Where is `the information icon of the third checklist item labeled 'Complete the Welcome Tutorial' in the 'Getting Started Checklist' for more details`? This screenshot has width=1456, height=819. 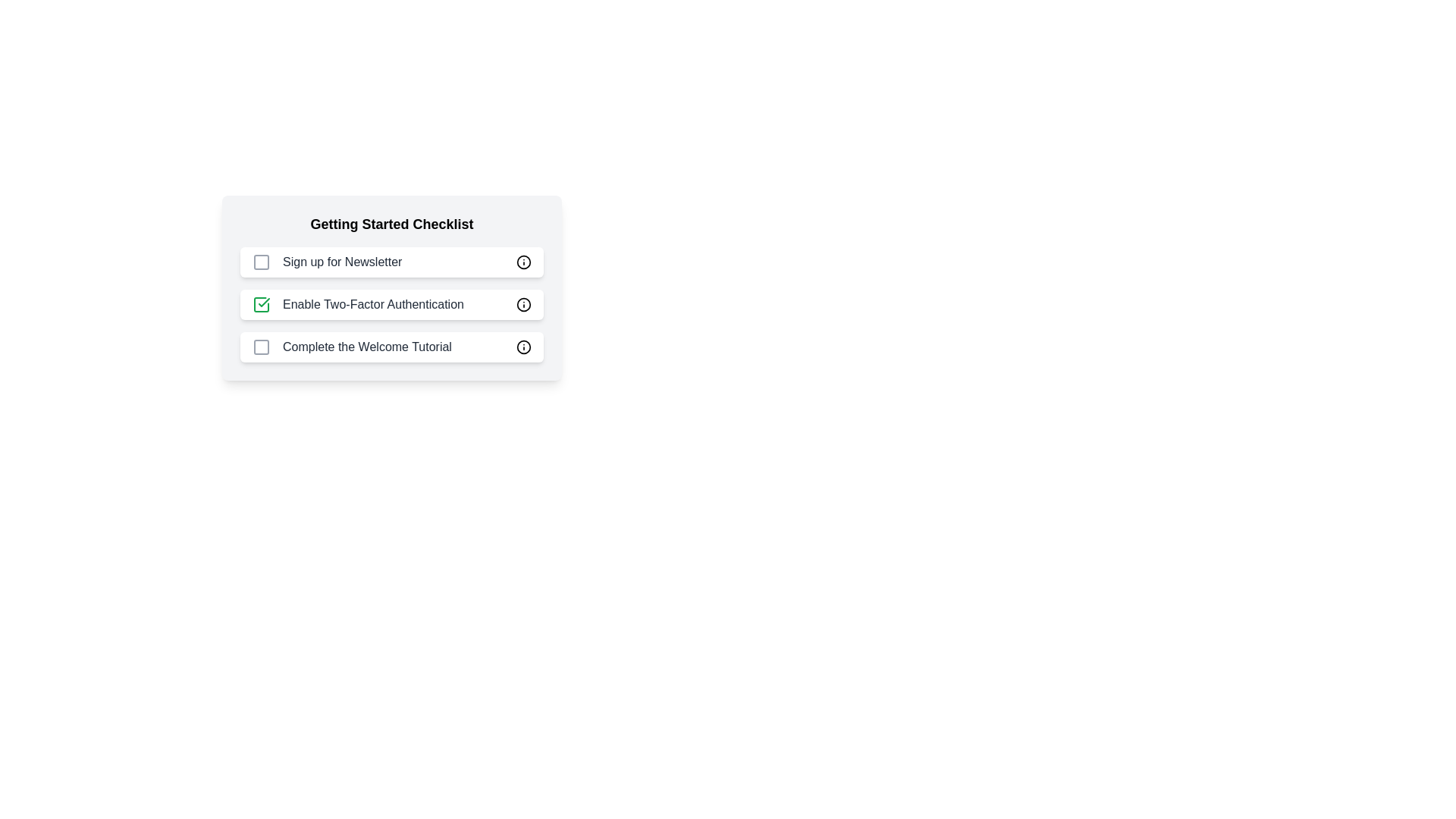
the information icon of the third checklist item labeled 'Complete the Welcome Tutorial' in the 'Getting Started Checklist' for more details is located at coordinates (392, 347).